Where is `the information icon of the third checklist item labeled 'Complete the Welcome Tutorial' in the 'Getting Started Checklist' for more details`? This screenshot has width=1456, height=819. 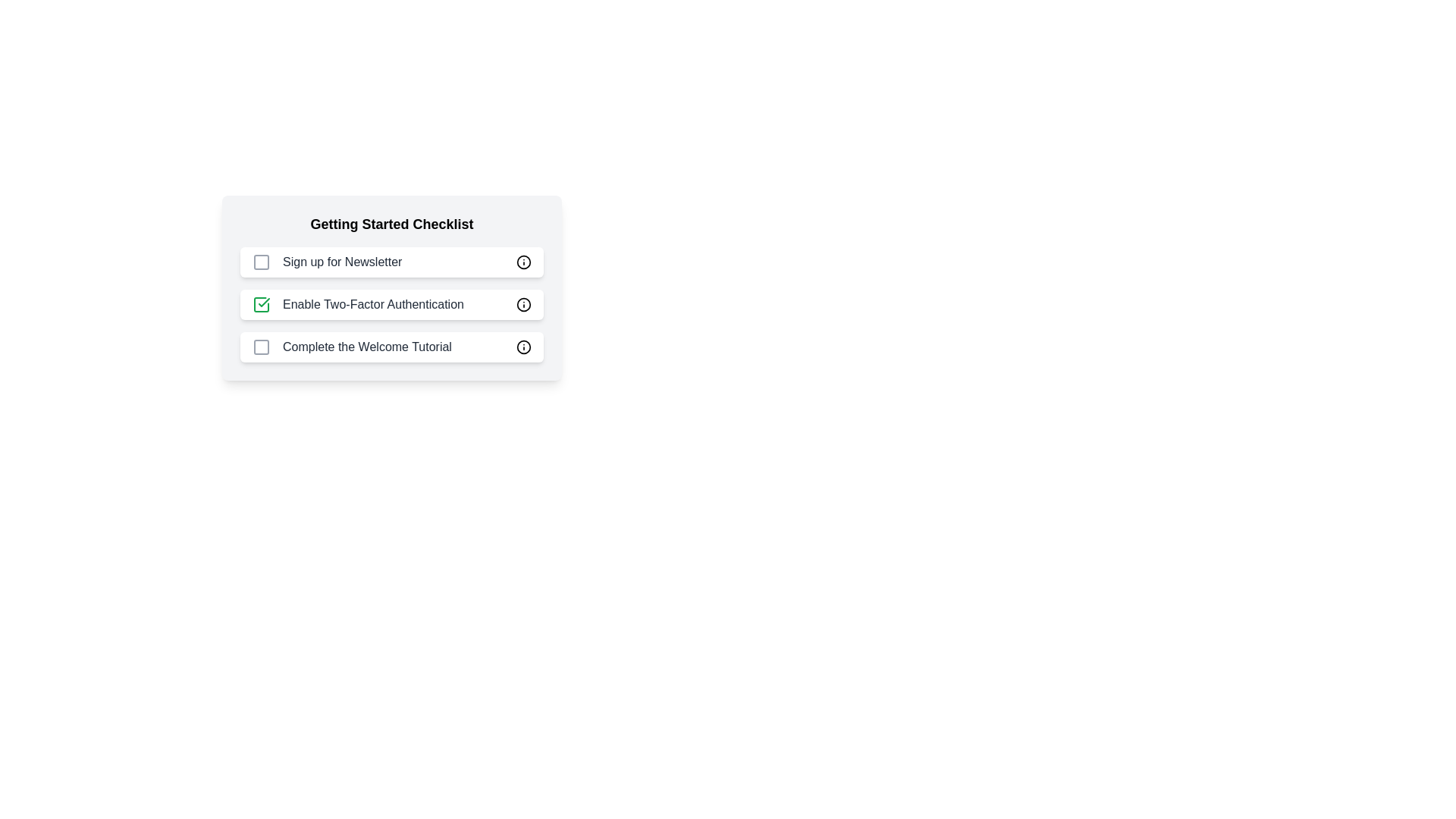
the information icon of the third checklist item labeled 'Complete the Welcome Tutorial' in the 'Getting Started Checklist' for more details is located at coordinates (392, 347).